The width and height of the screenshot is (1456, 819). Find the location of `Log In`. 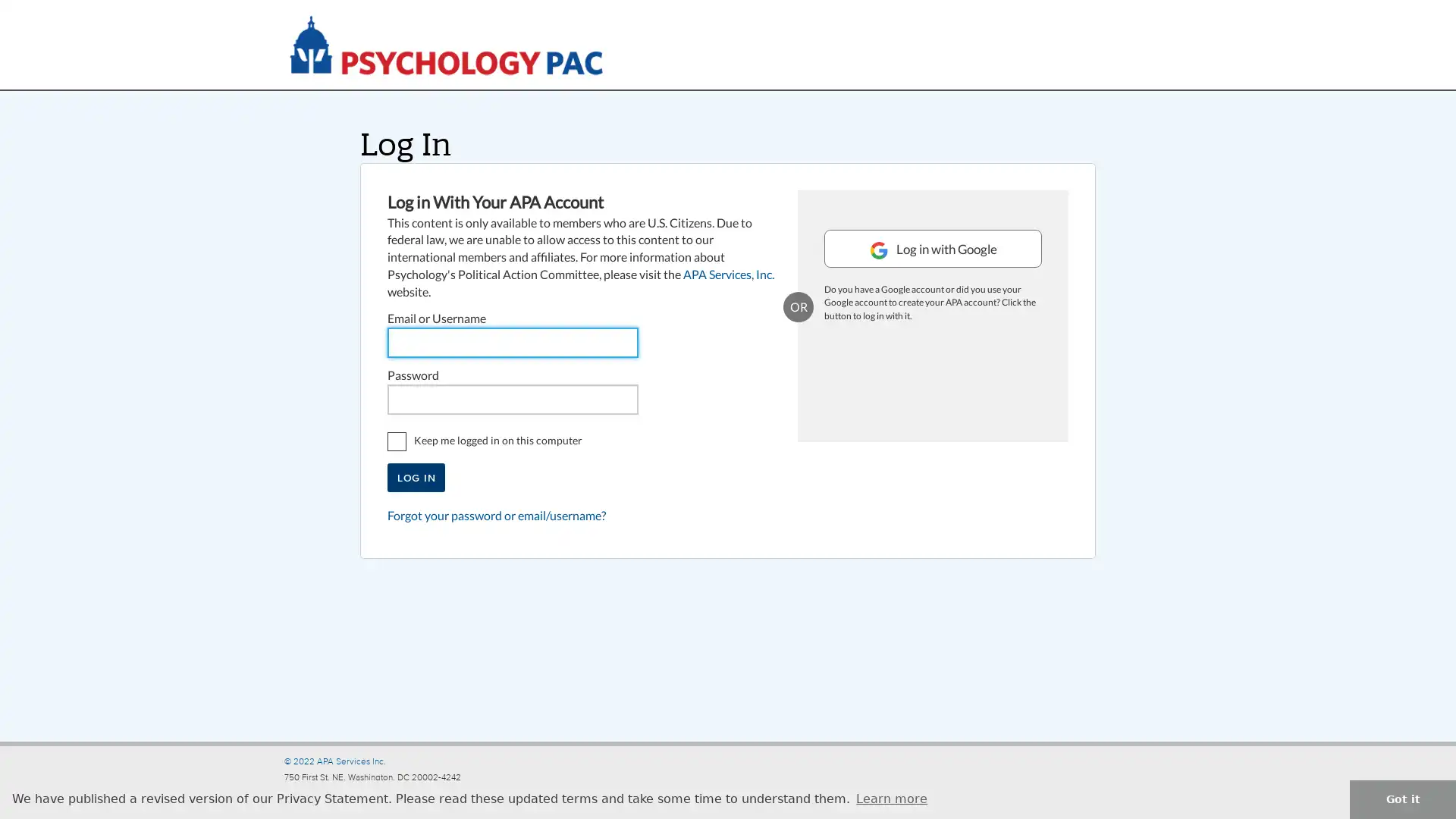

Log In is located at coordinates (416, 475).